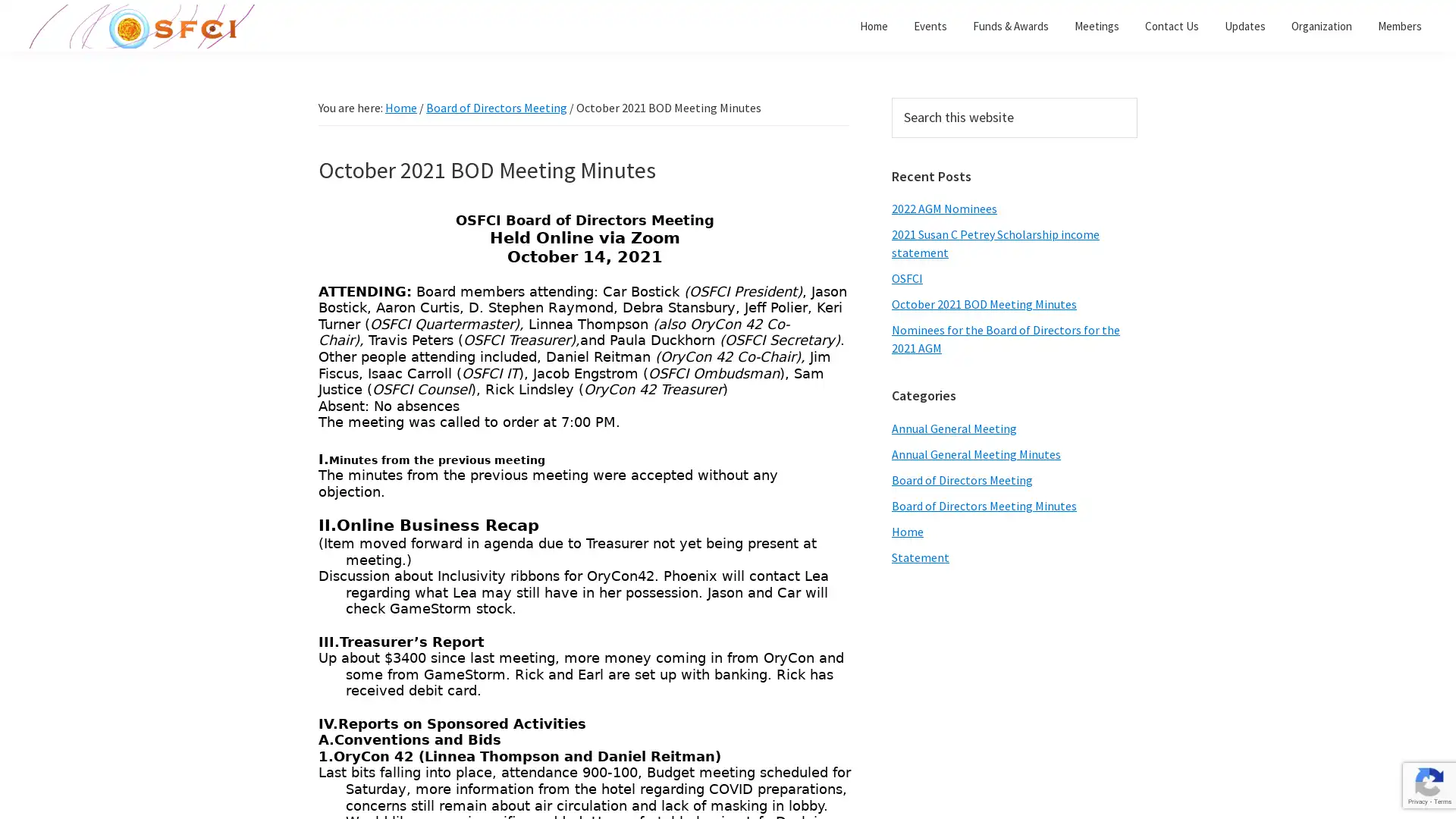 This screenshot has width=1456, height=819. I want to click on Search, so click(1137, 97).